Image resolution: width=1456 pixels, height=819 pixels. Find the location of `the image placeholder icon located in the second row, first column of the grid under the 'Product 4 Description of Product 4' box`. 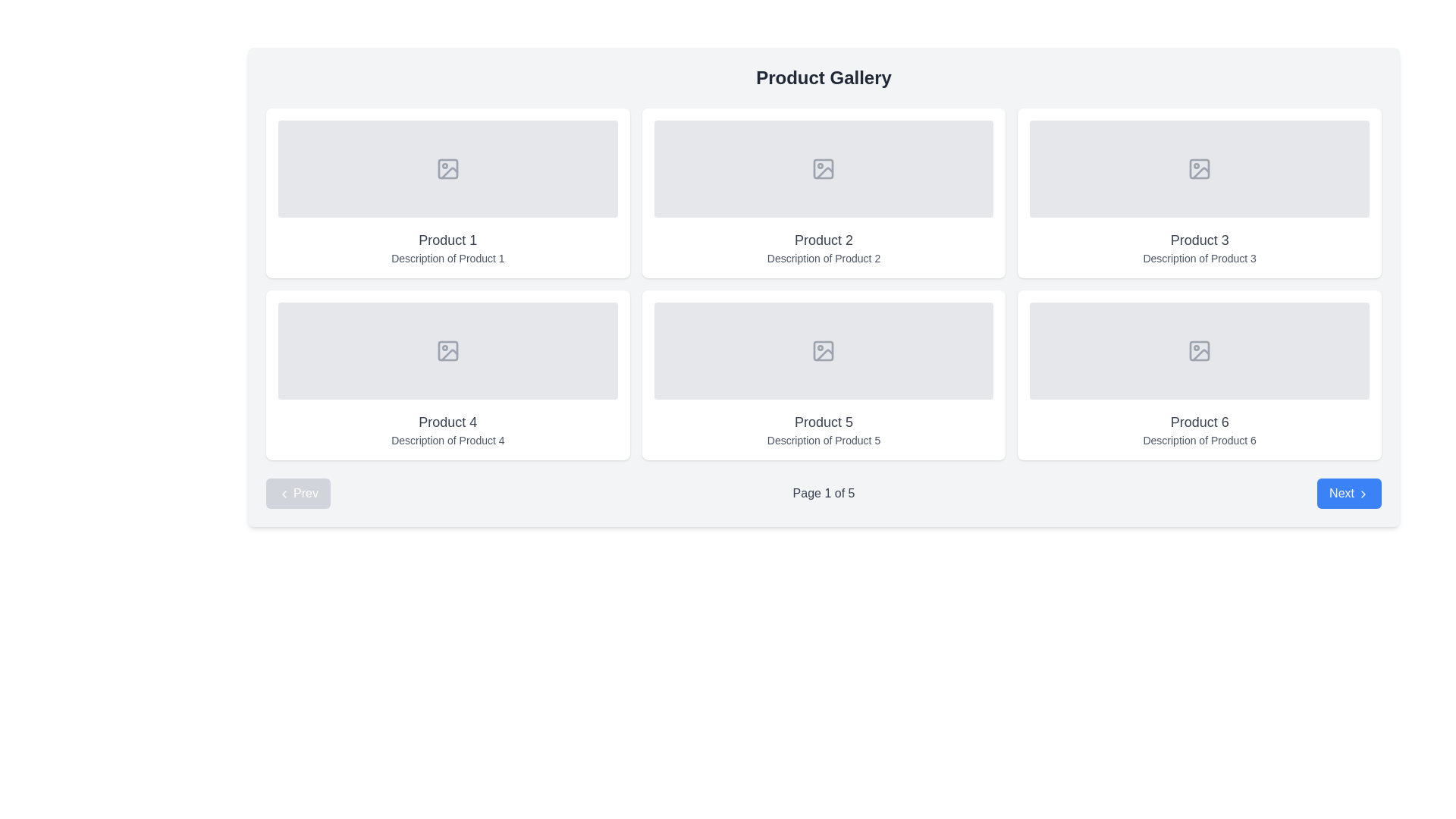

the image placeholder icon located in the second row, first column of the grid under the 'Product 4 Description of Product 4' box is located at coordinates (447, 350).